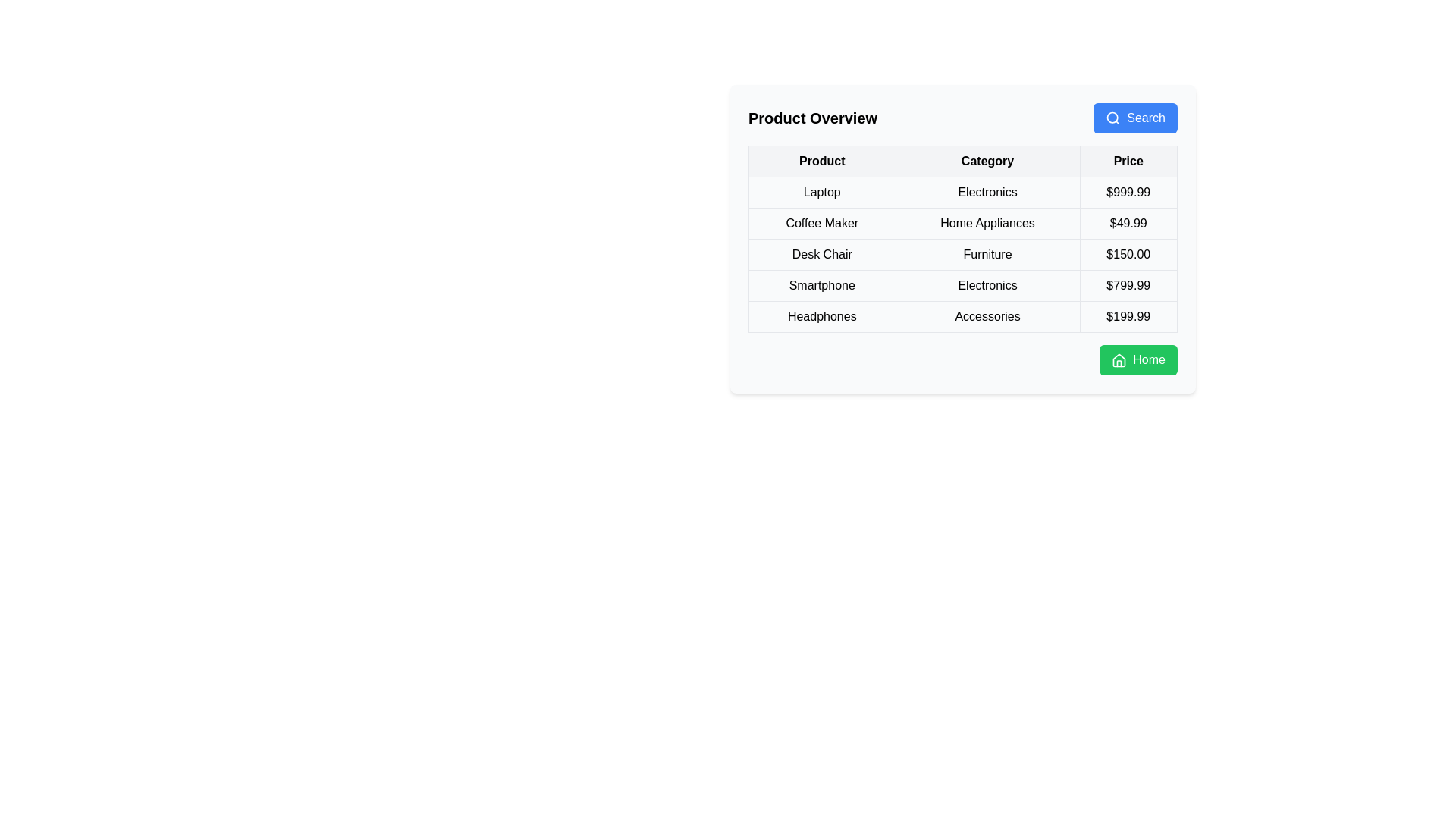 This screenshot has height=819, width=1456. I want to click on the 'Headphones' label, which is a textual element styled with a rectangular border in the 'Product Overview' table, so click(821, 315).